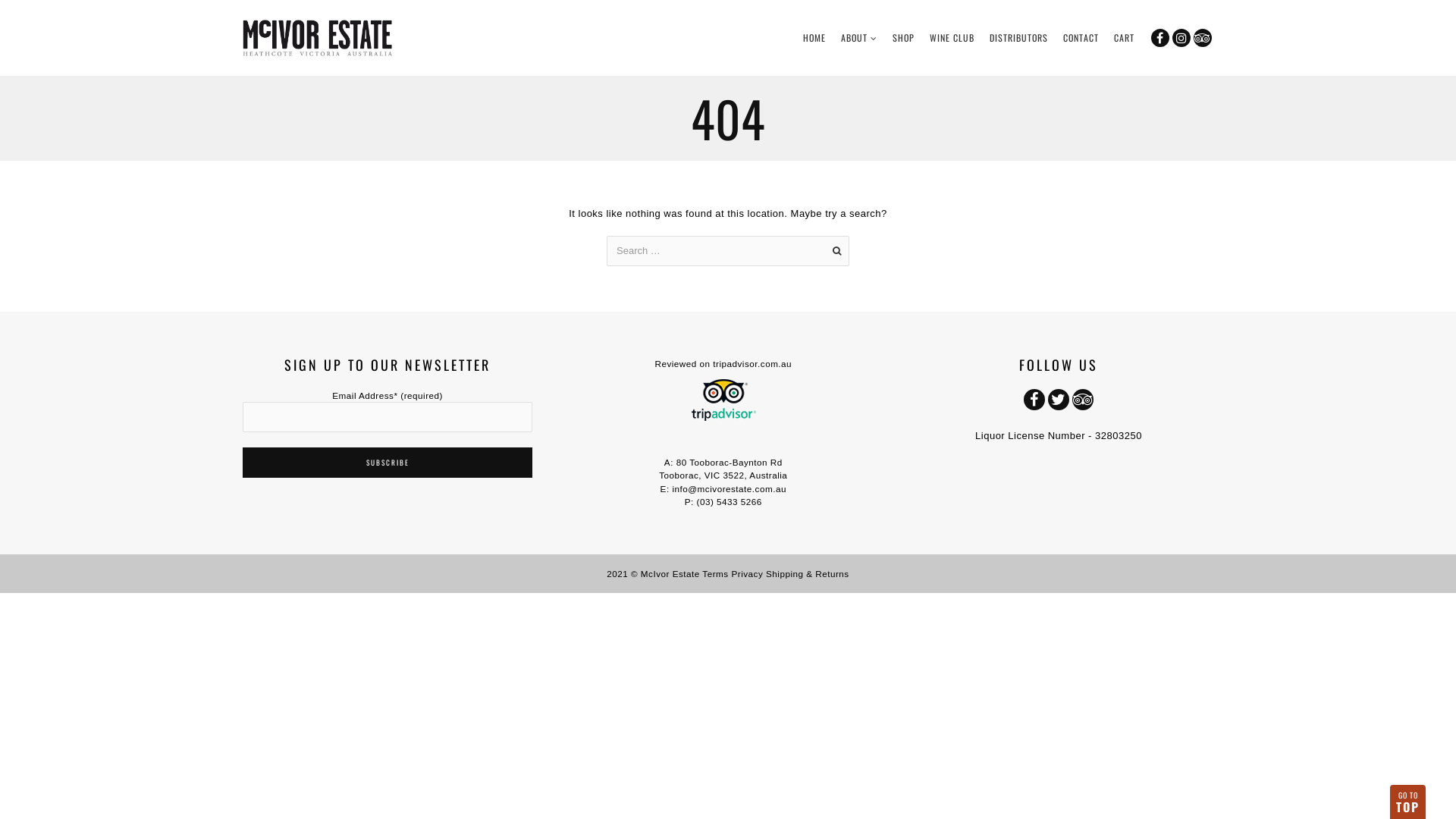 Image resolution: width=1456 pixels, height=819 pixels. I want to click on 'Shipping & Returns', so click(807, 573).